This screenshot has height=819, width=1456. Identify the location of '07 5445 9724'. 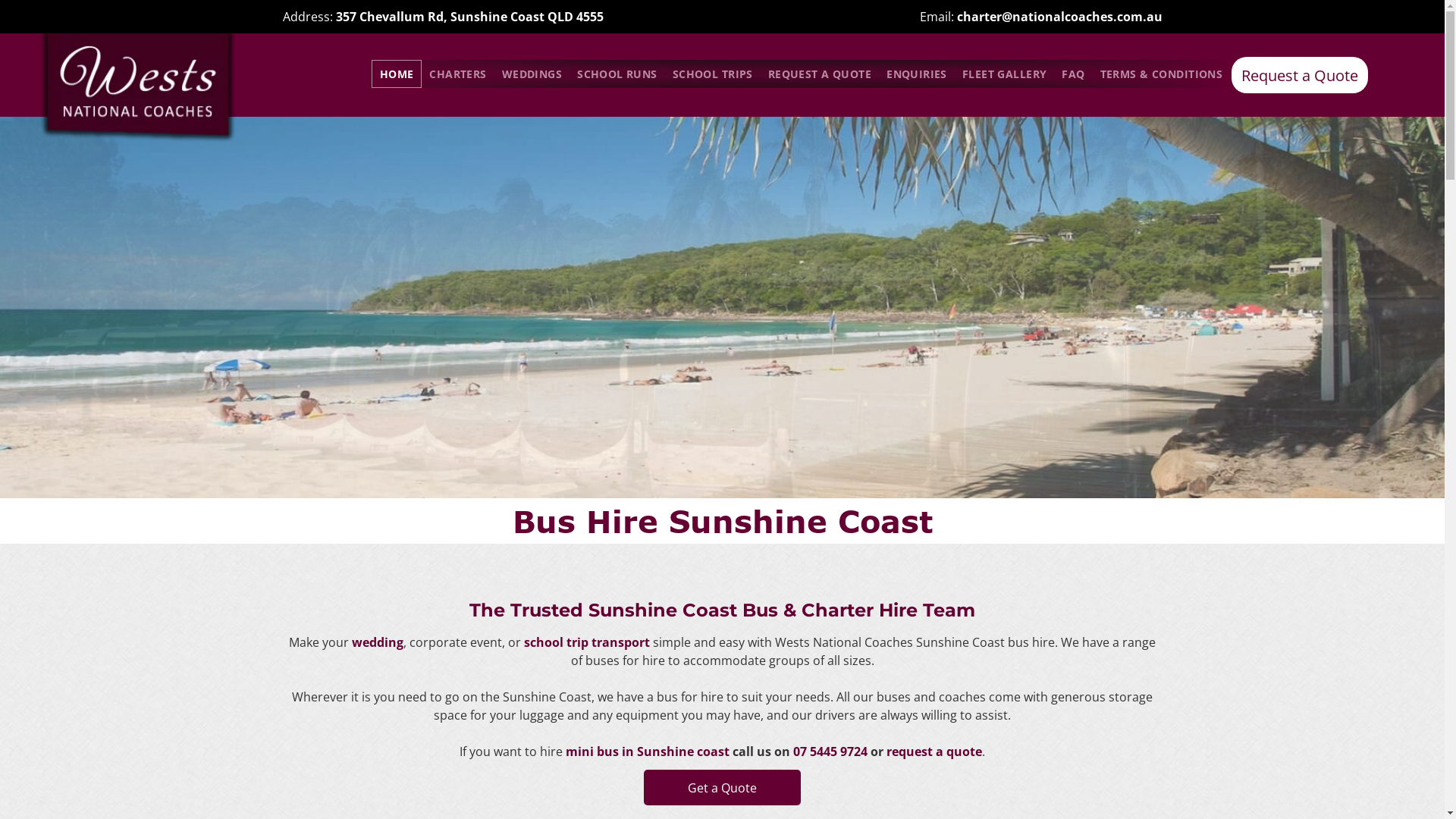
(829, 752).